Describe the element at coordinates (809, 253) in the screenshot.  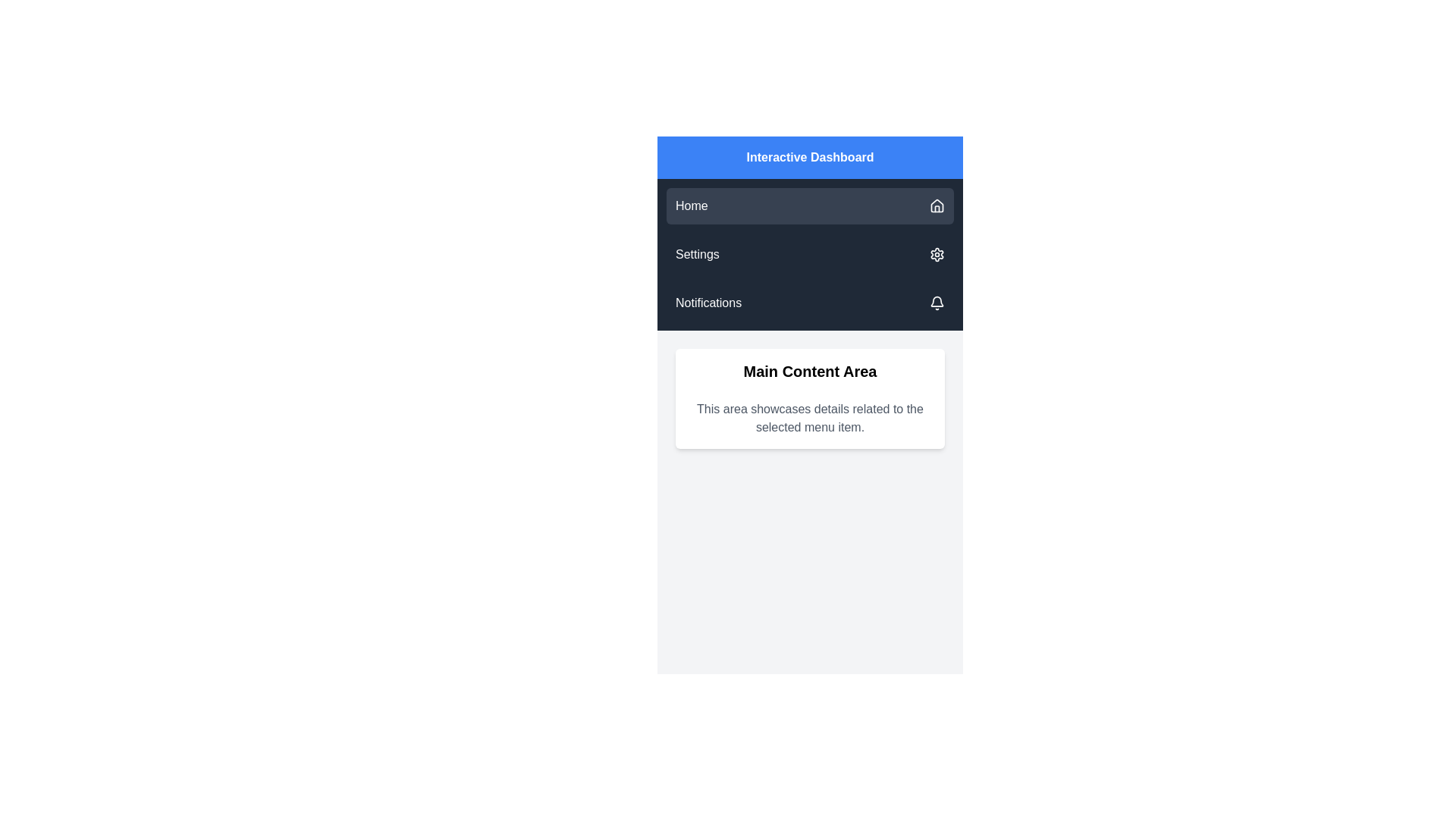
I see `the 'Settings' button in the vertical navigation menu, which has a dark gray background and is positioned under the 'Interactive Dashboard' bar` at that location.